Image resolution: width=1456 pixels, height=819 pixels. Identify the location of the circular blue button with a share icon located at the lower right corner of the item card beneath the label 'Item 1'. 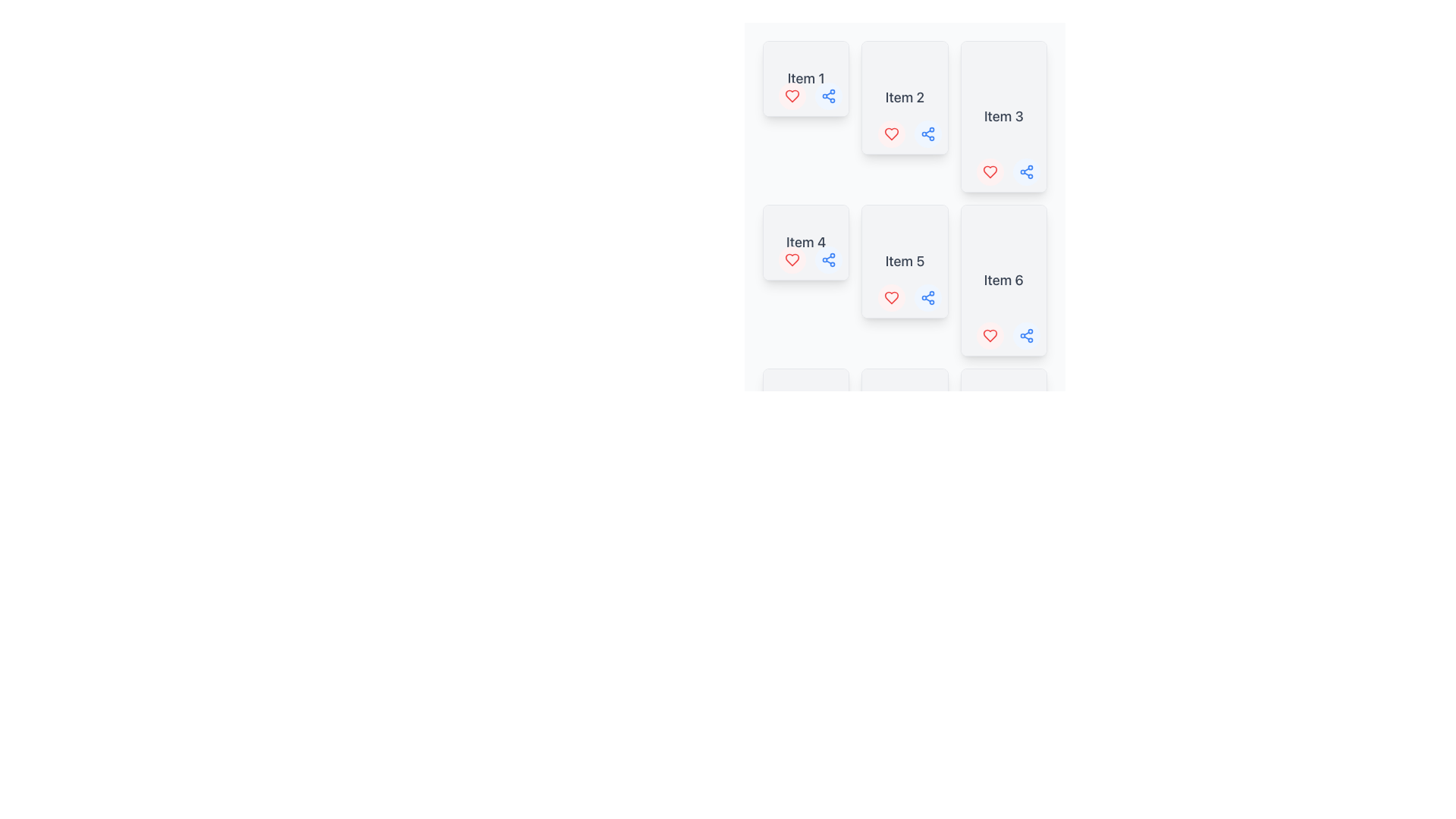
(828, 96).